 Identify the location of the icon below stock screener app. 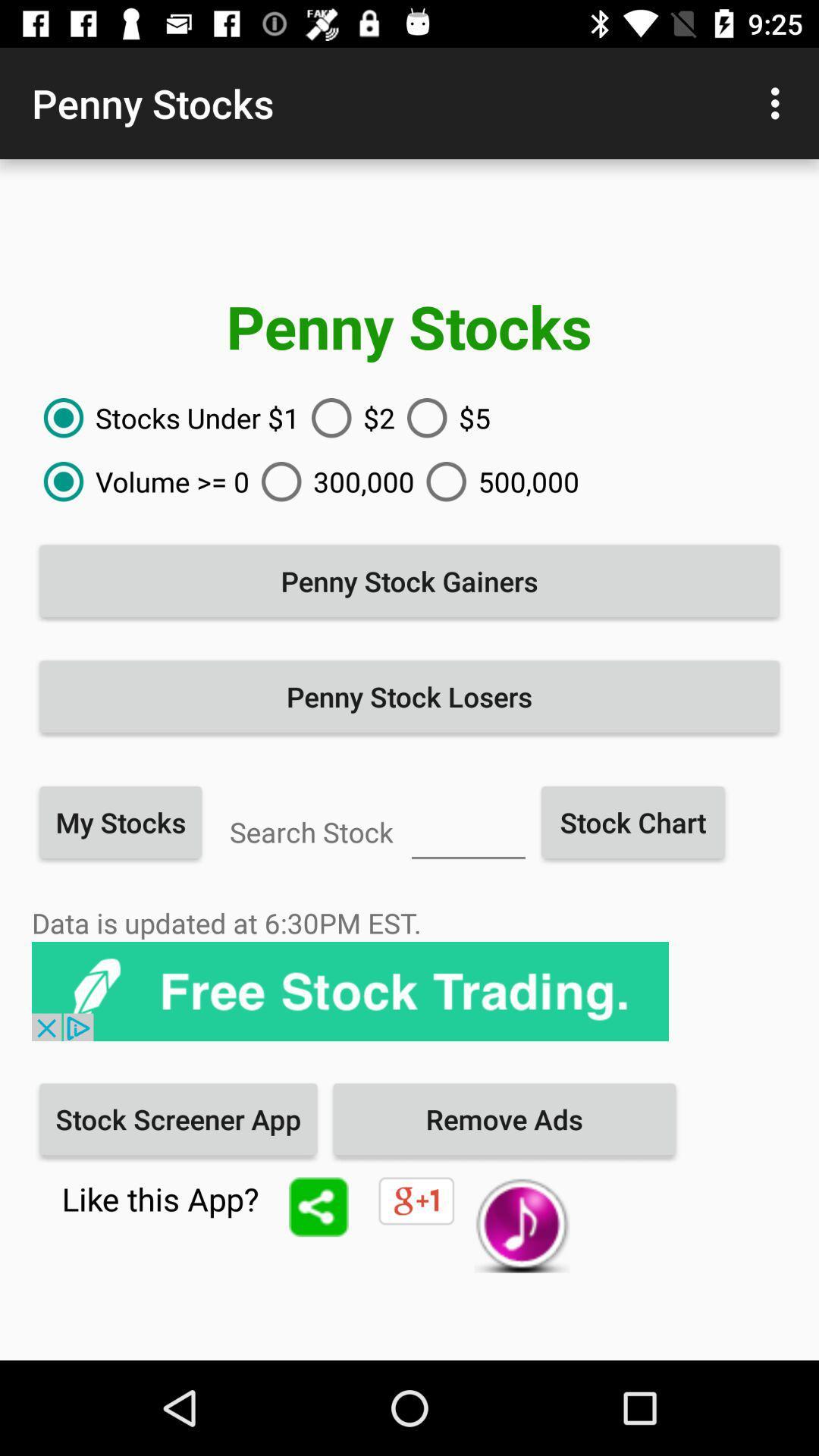
(318, 1206).